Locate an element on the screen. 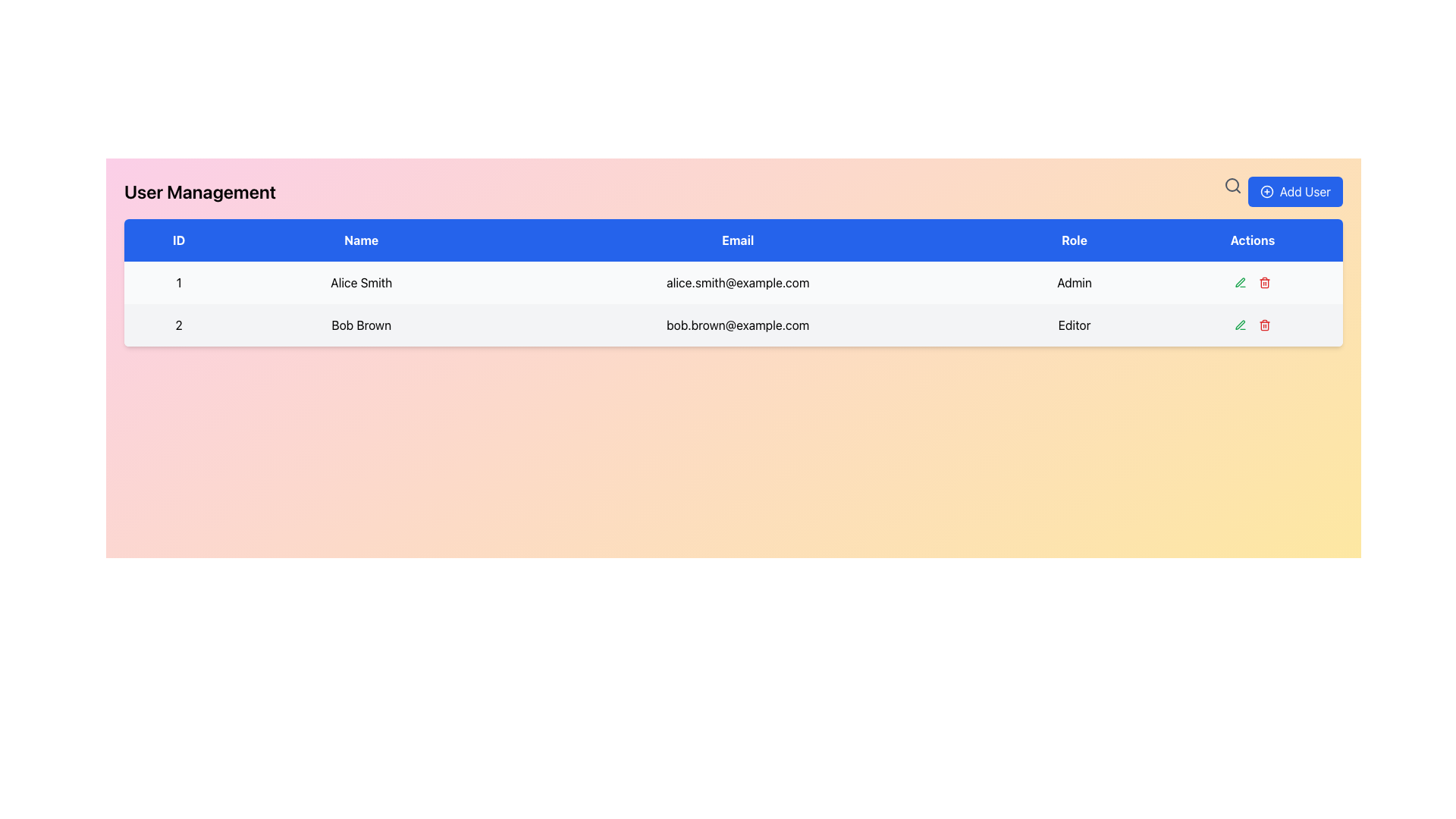 The image size is (1456, 819). the text label displaying the email address 'bob.brown@example.com' in the third column of the table row identified by '2', which contains the name 'Bob Brown' and the role 'Editor' is located at coordinates (738, 324).